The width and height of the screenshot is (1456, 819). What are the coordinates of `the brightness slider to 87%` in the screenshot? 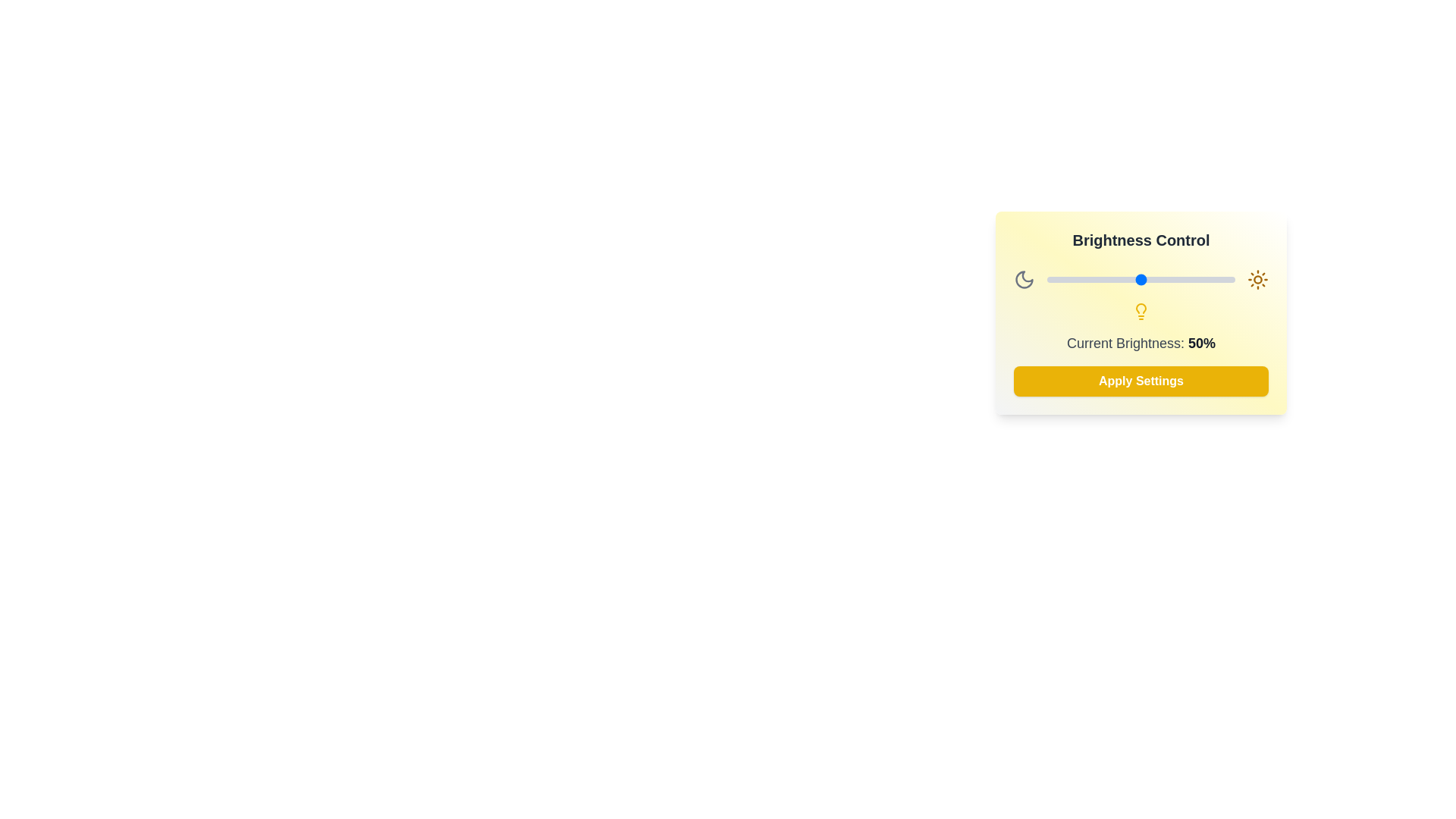 It's located at (1210, 280).